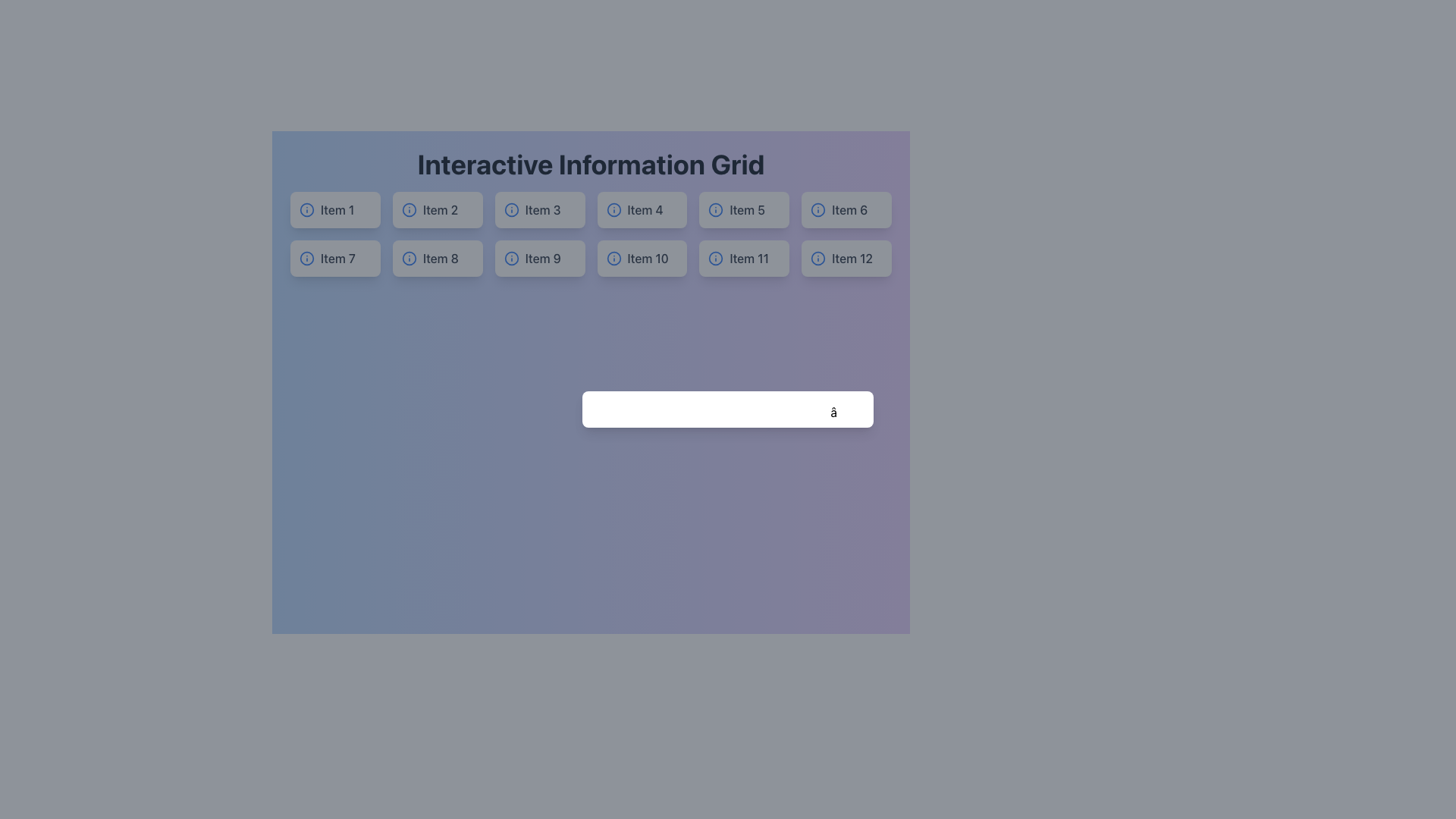  Describe the element at coordinates (409, 210) in the screenshot. I see `the informational icon related to 'Item 2', located in the top row of the interface grid, positioned between 'Item 1' and 'Item 3'` at that location.